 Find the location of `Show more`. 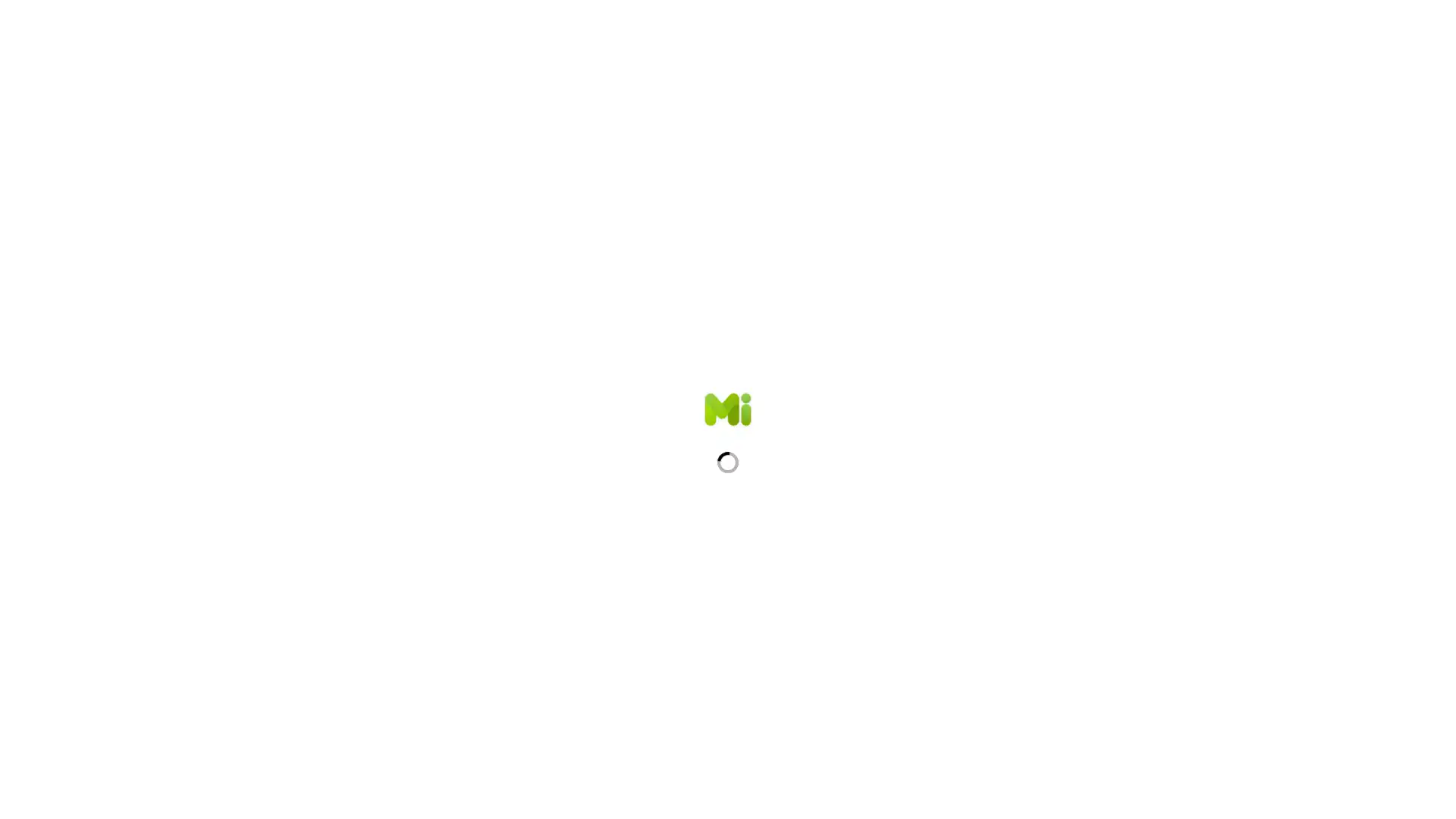

Show more is located at coordinates (944, 244).